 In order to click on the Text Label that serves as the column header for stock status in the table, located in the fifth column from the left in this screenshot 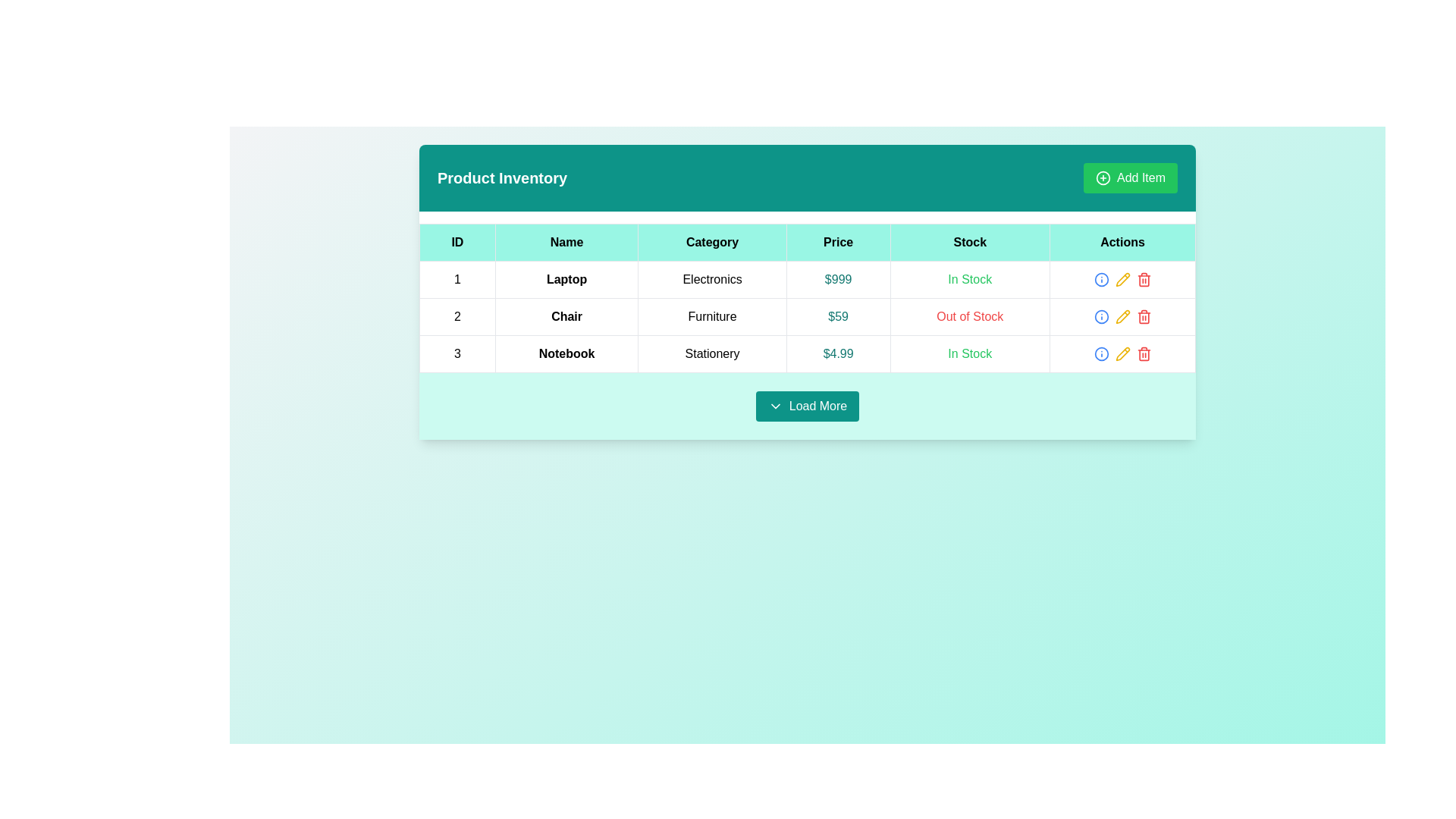, I will do `click(969, 242)`.